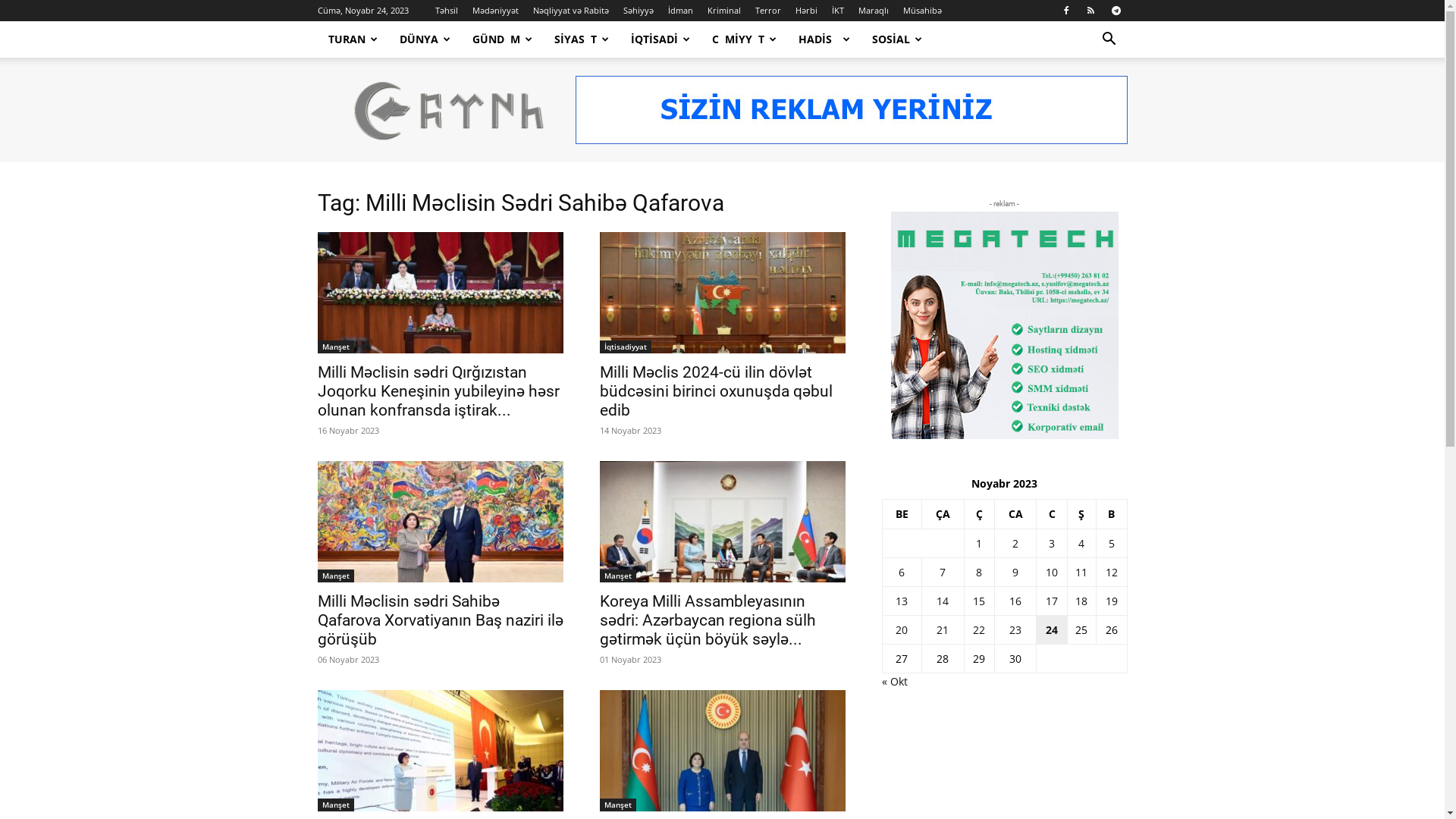 The image size is (1456, 819). What do you see at coordinates (1044, 629) in the screenshot?
I see `'24'` at bounding box center [1044, 629].